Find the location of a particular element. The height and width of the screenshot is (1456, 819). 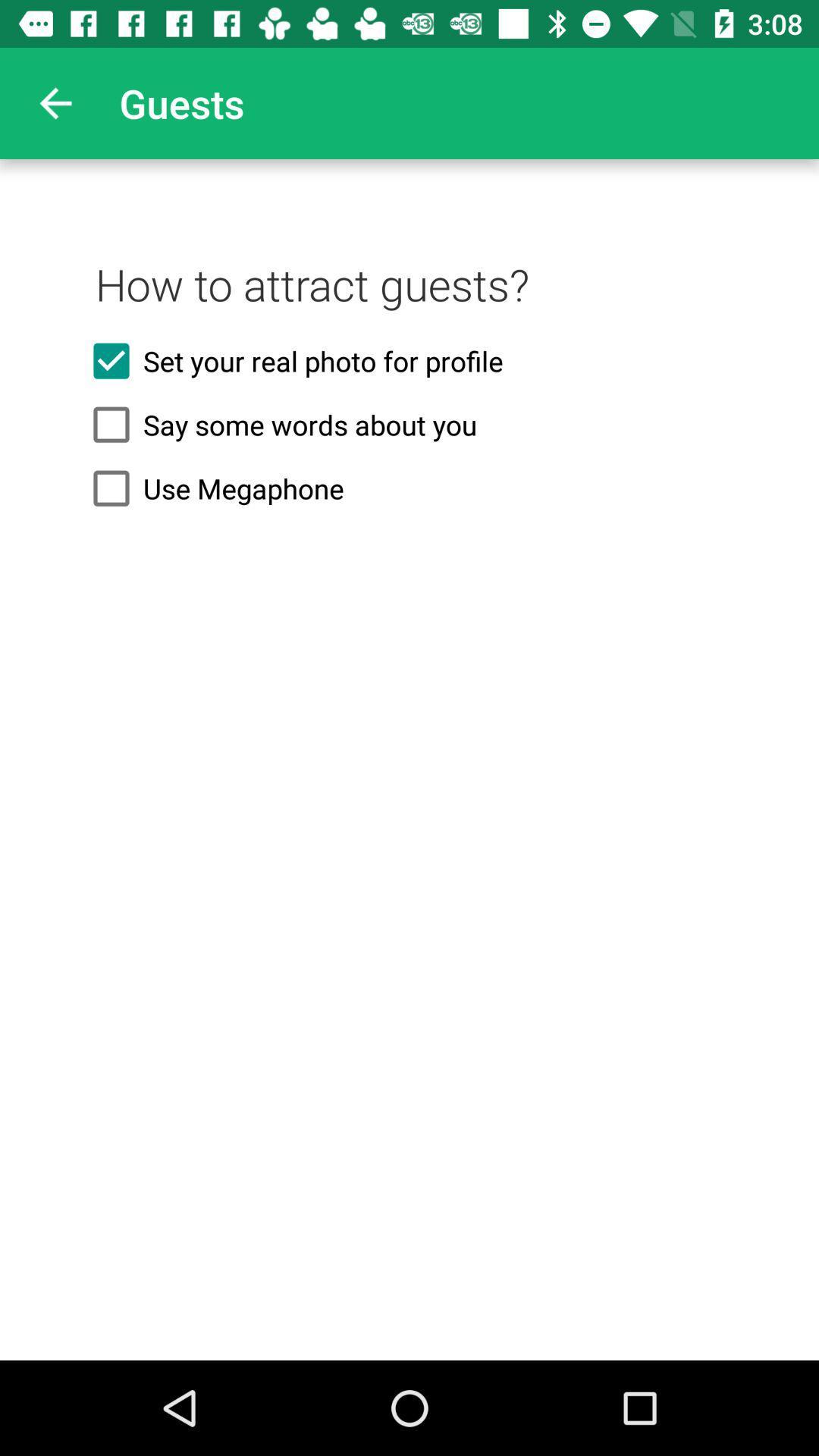

say some words is located at coordinates (409, 425).